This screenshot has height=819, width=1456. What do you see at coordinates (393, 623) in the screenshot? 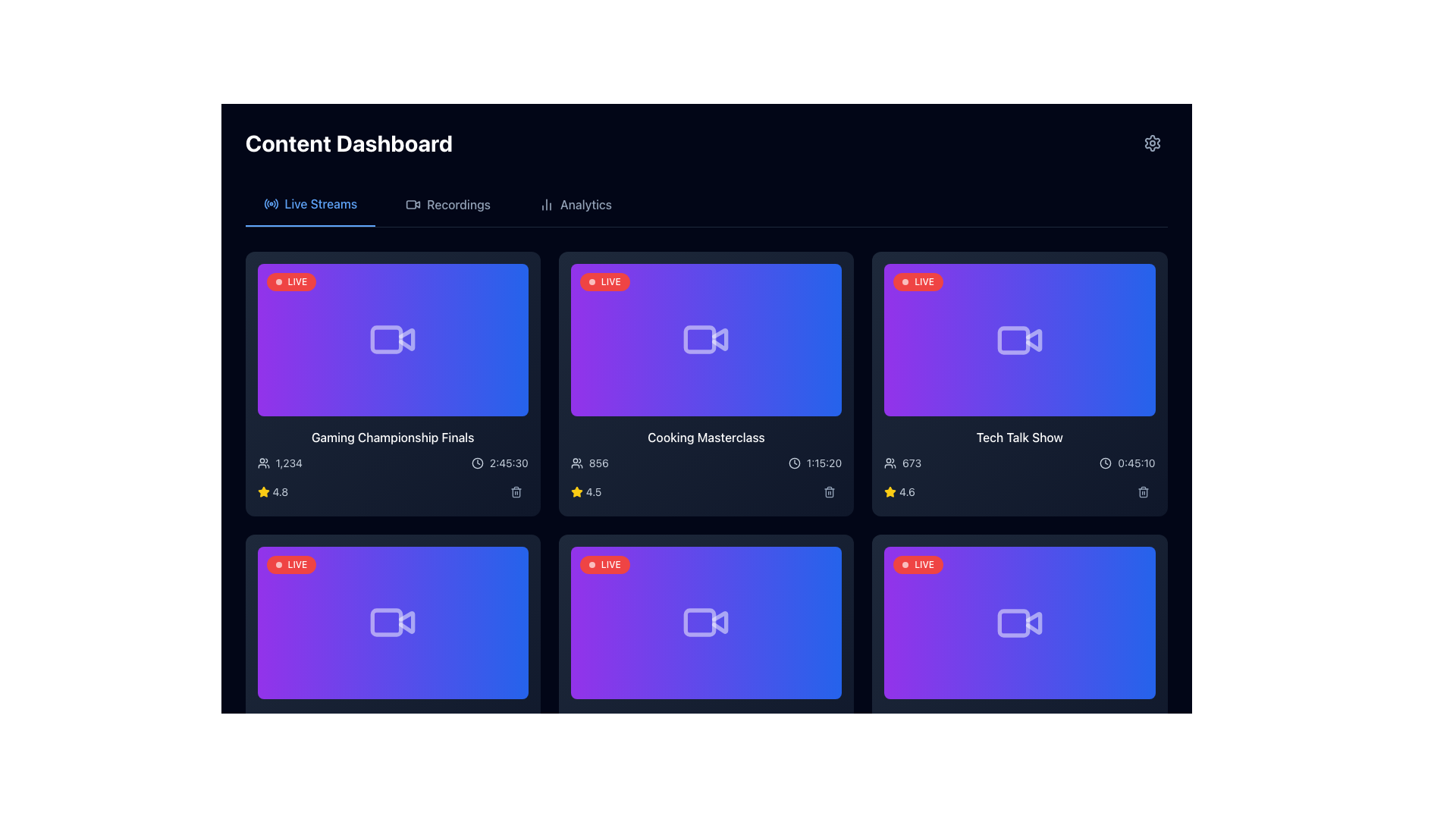
I see `the video content type icon located at the center of the video thumbnail card in the second row and first column of the live streams grid` at bounding box center [393, 623].